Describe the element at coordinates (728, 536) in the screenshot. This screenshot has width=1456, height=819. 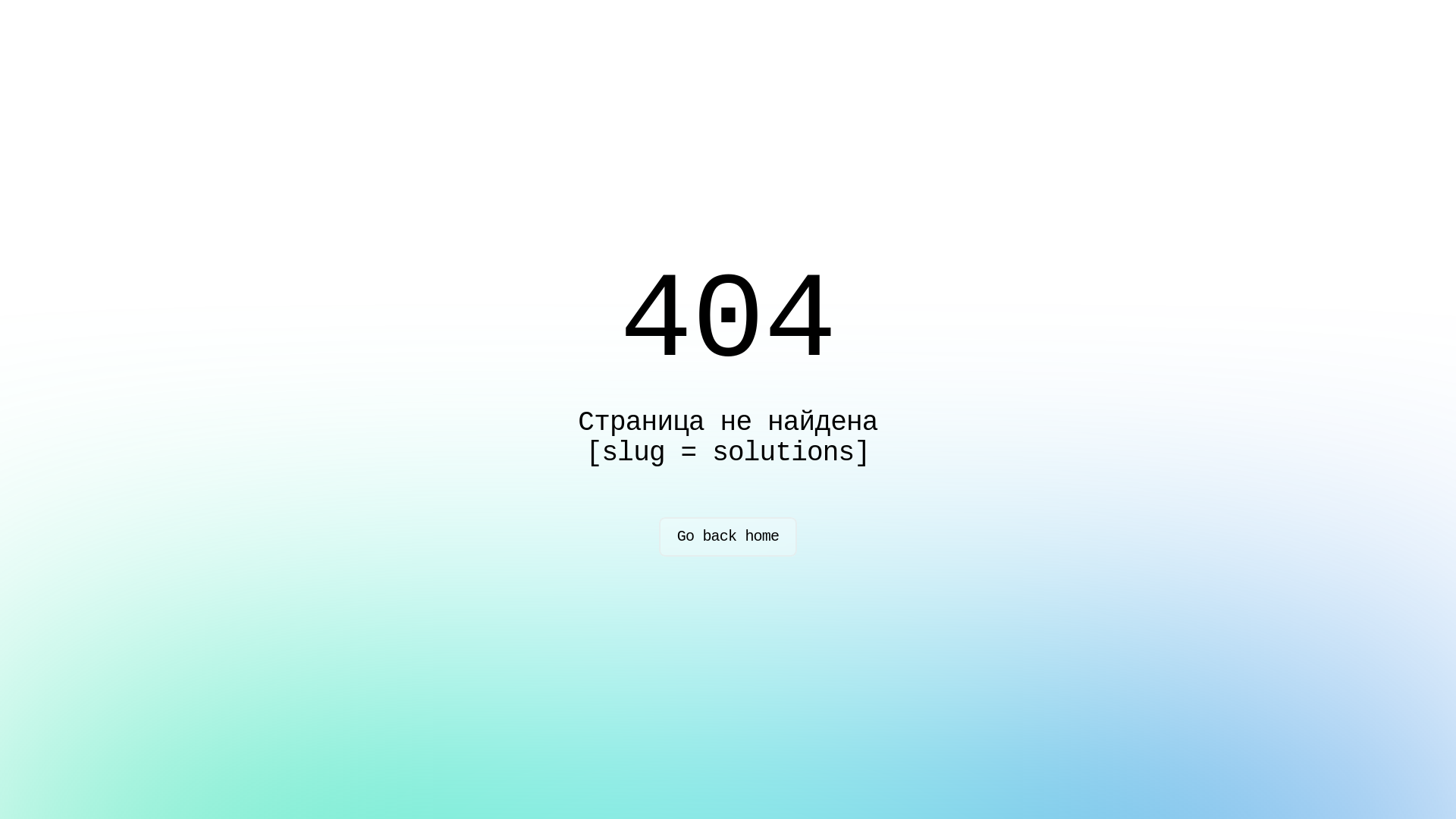
I see `'Go back home'` at that location.